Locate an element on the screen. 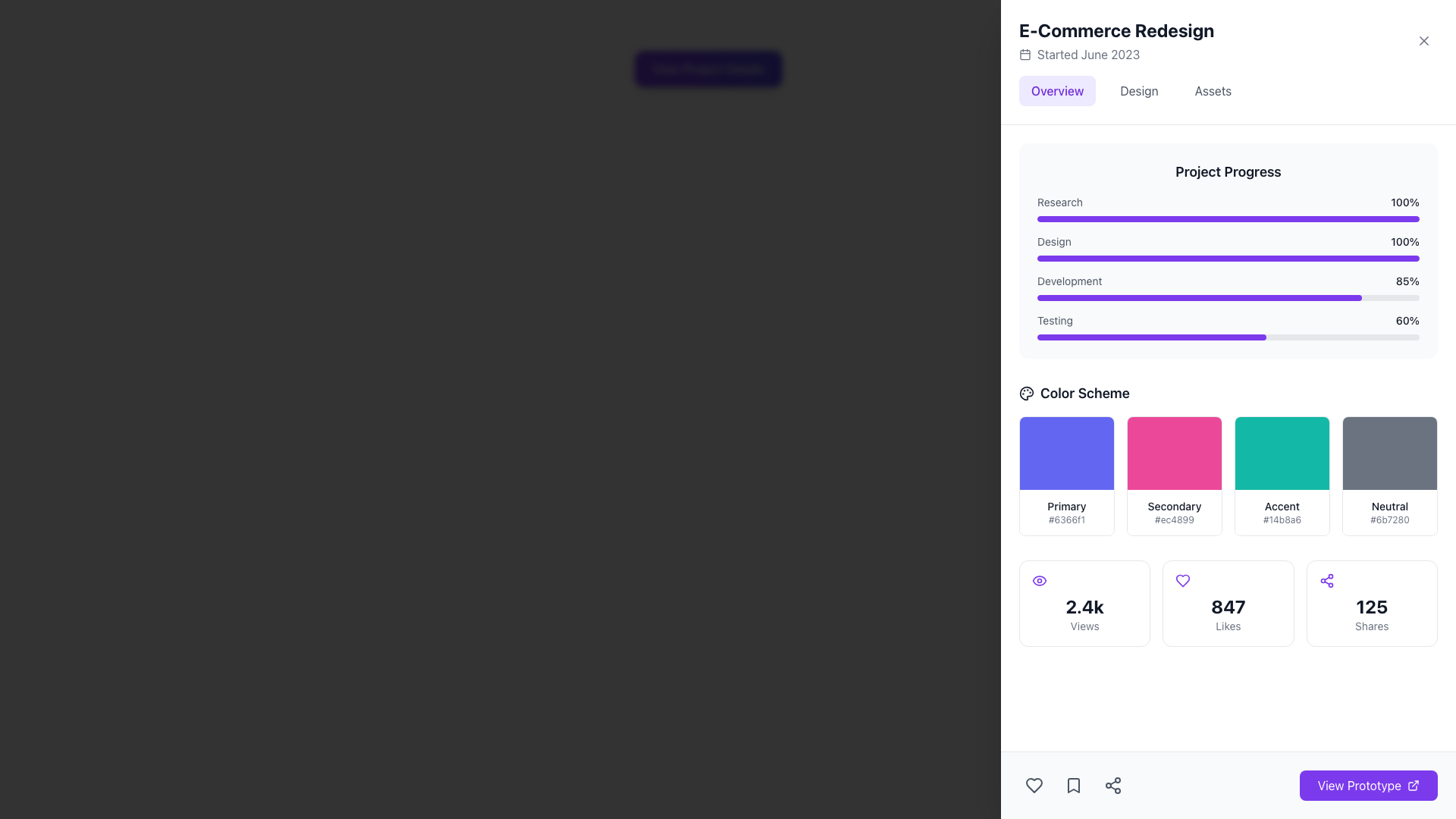  the share button located in the bottom toolbar towards the right side is located at coordinates (1113, 785).